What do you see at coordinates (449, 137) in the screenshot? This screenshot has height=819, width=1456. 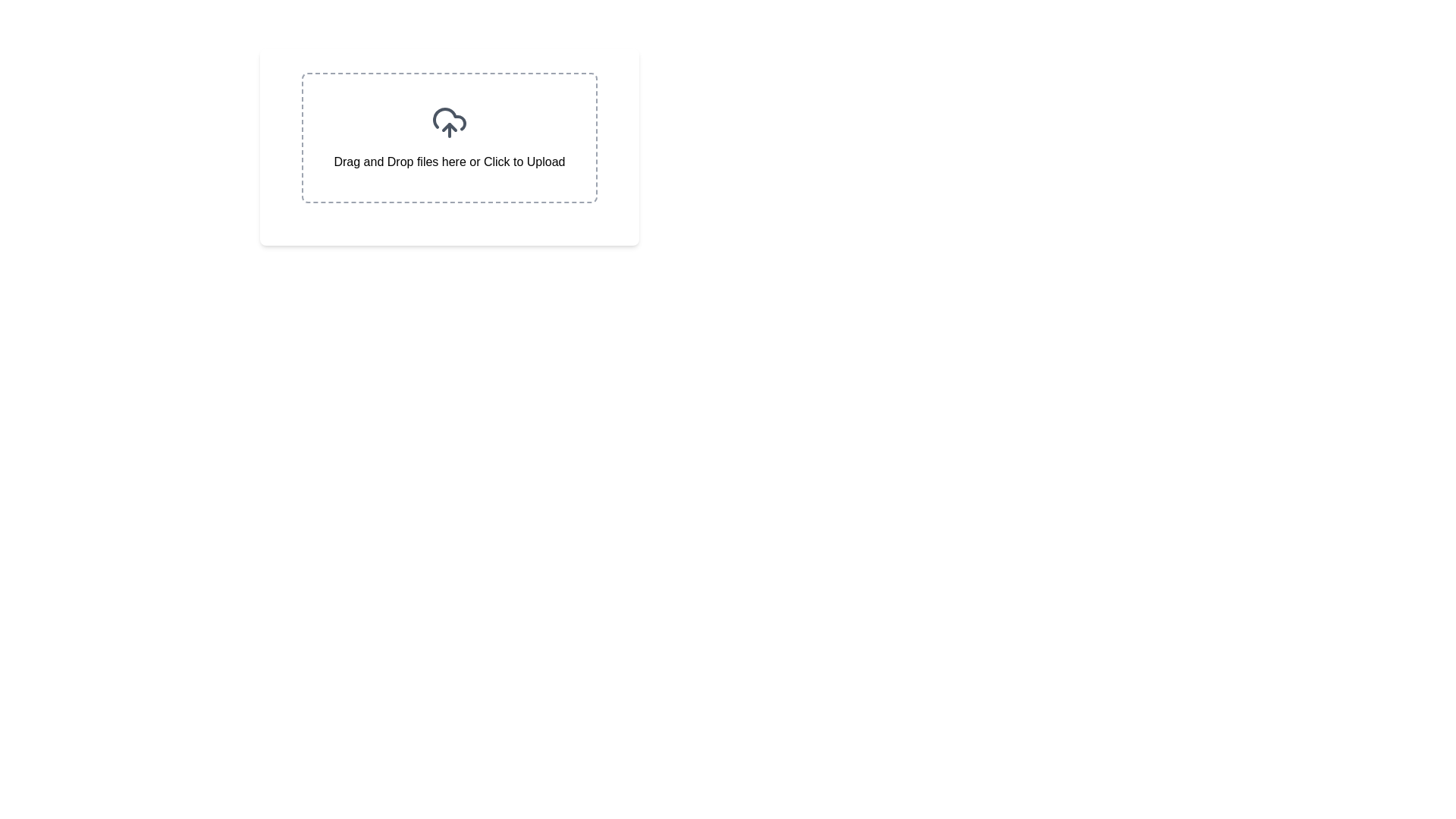 I see `files onto the Dropzone interface, which features a dashed border and an upward arrow icon` at bounding box center [449, 137].